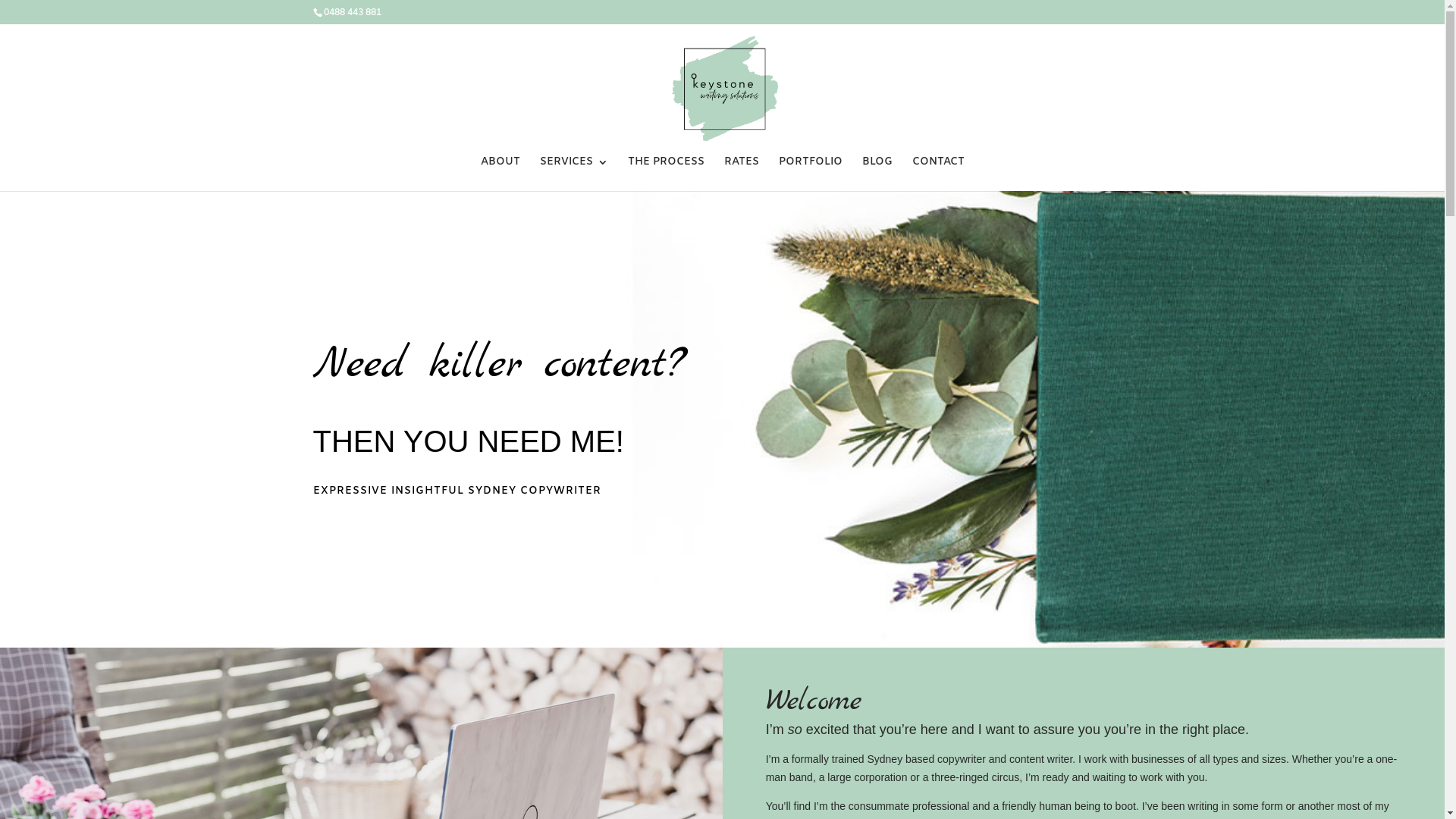  I want to click on 'BLOG', so click(877, 173).